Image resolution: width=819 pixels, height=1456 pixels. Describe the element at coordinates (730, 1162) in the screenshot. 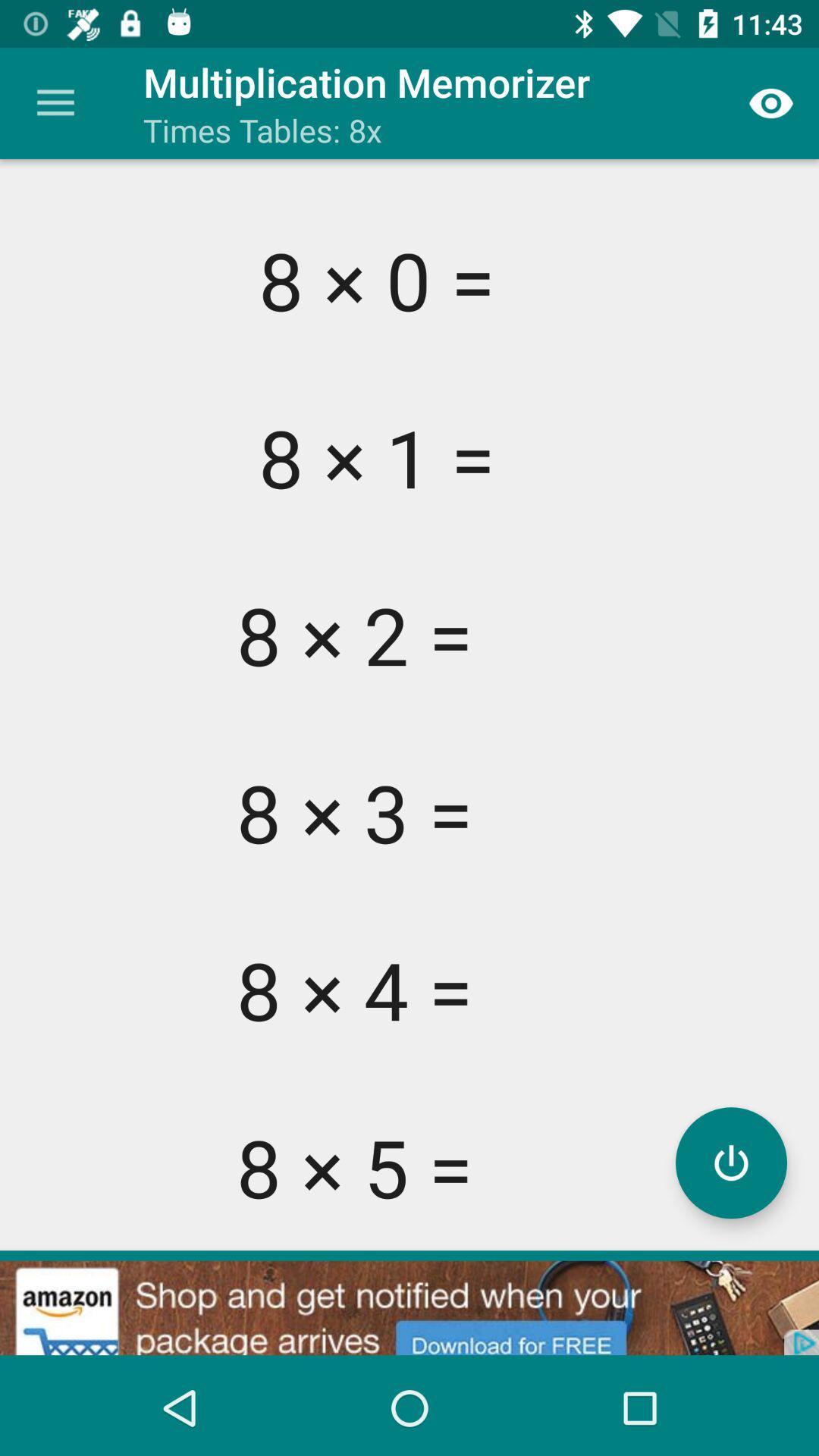

I see `show or hide answers` at that location.